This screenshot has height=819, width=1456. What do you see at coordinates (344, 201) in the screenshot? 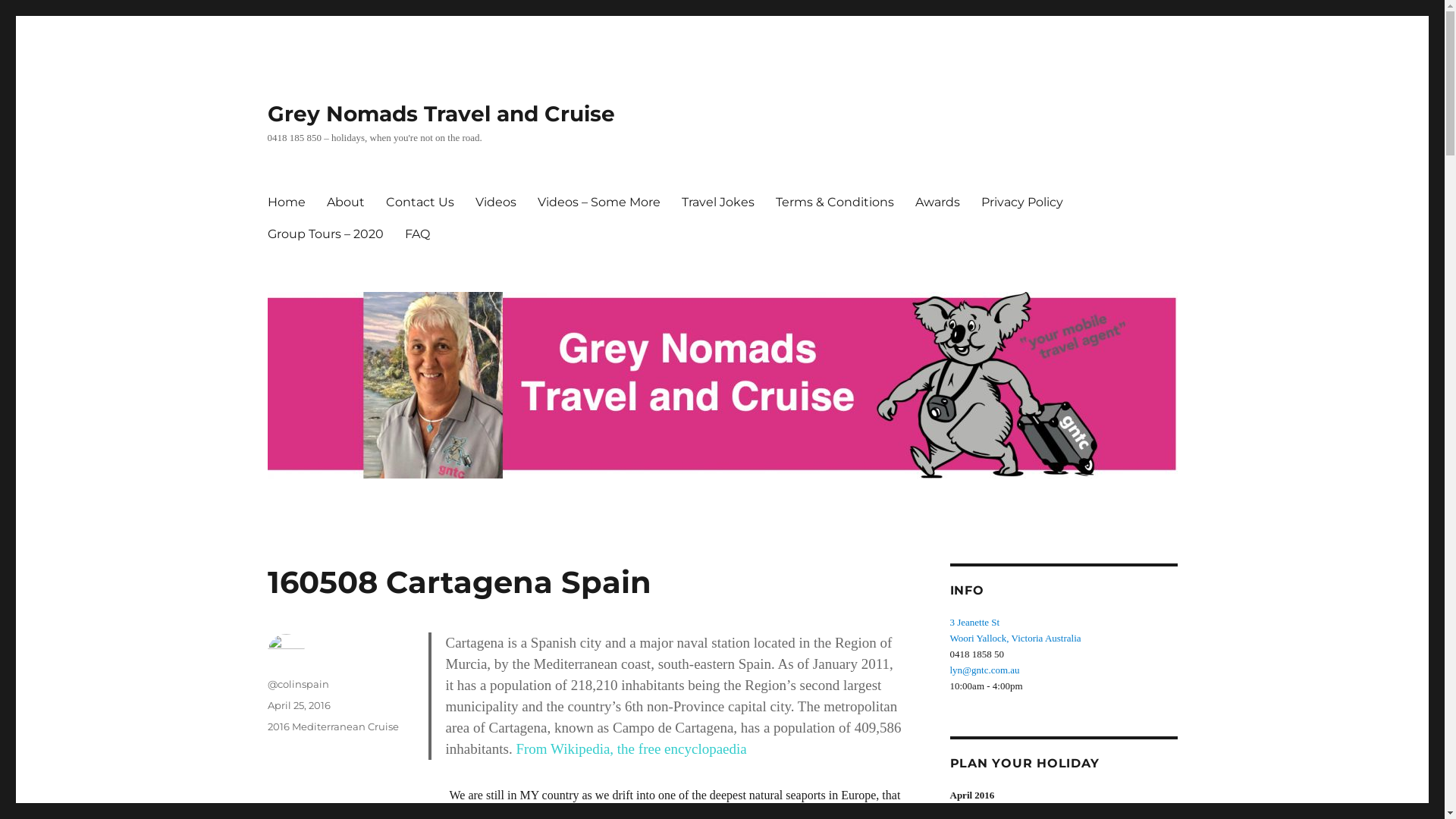
I see `'About'` at bounding box center [344, 201].